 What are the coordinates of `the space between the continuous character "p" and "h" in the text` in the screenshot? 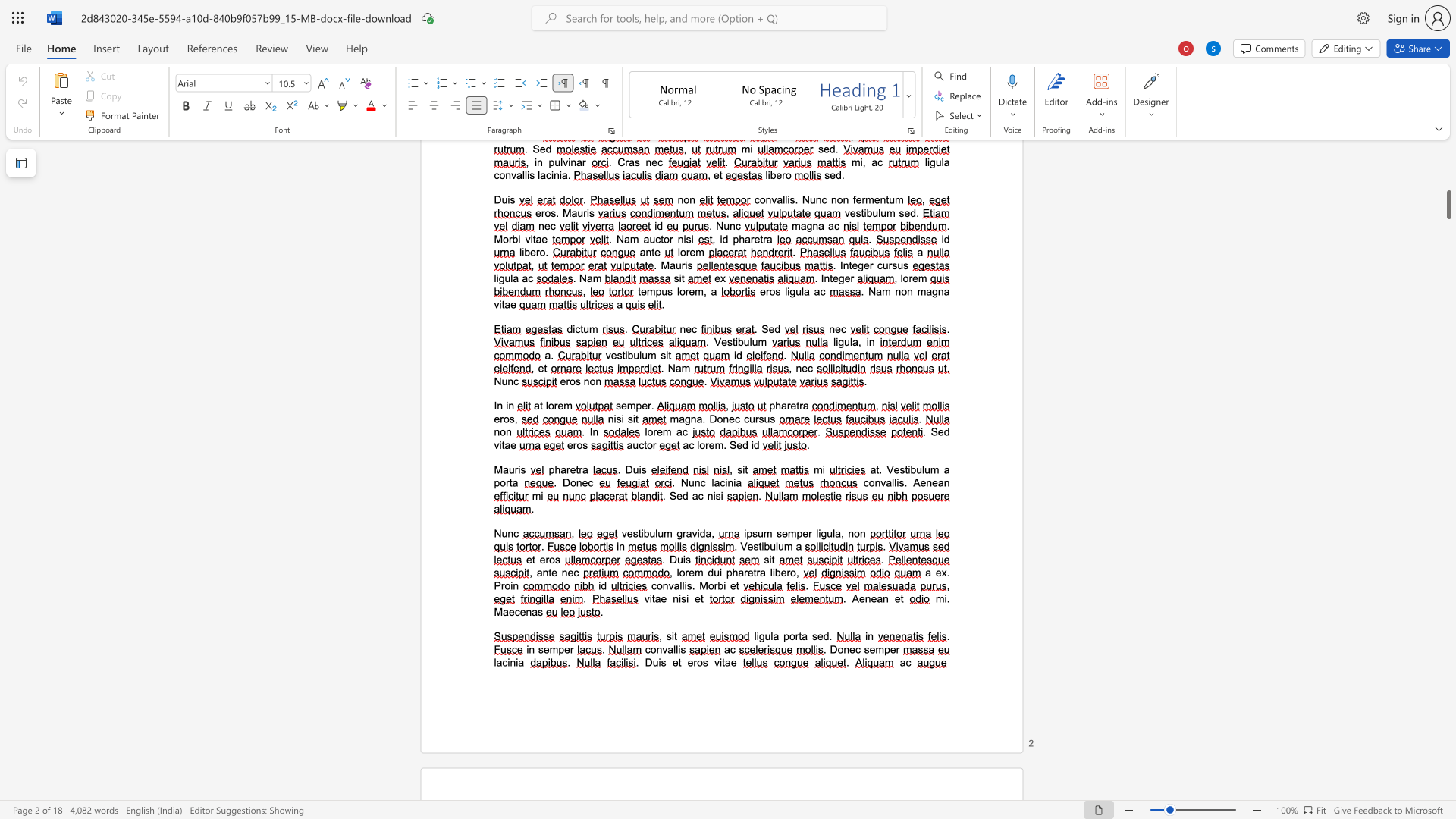 It's located at (554, 469).